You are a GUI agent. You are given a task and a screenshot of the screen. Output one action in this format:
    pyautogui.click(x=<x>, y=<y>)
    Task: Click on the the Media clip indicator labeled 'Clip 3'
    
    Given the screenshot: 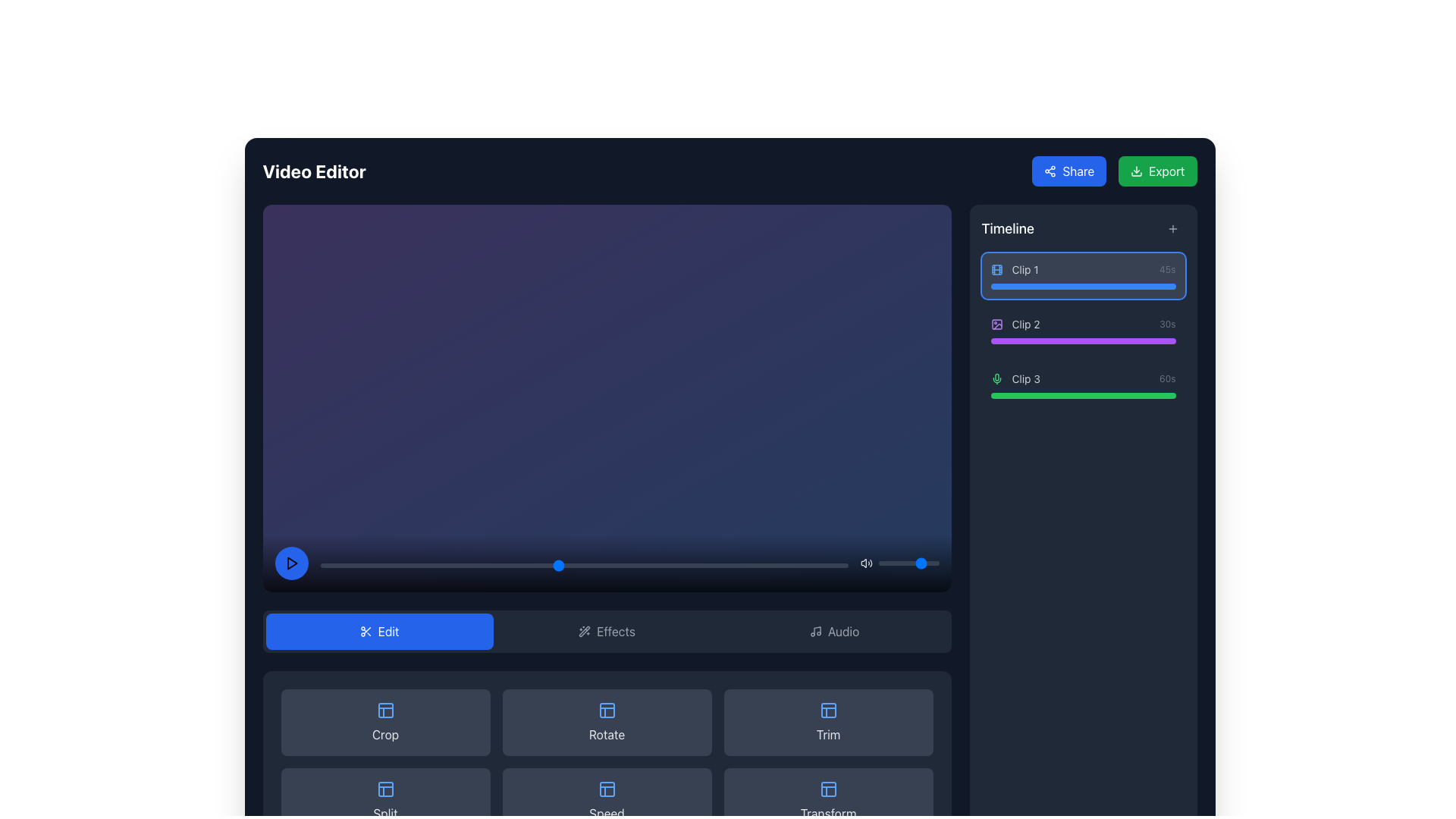 What is the action you would take?
    pyautogui.click(x=1082, y=384)
    